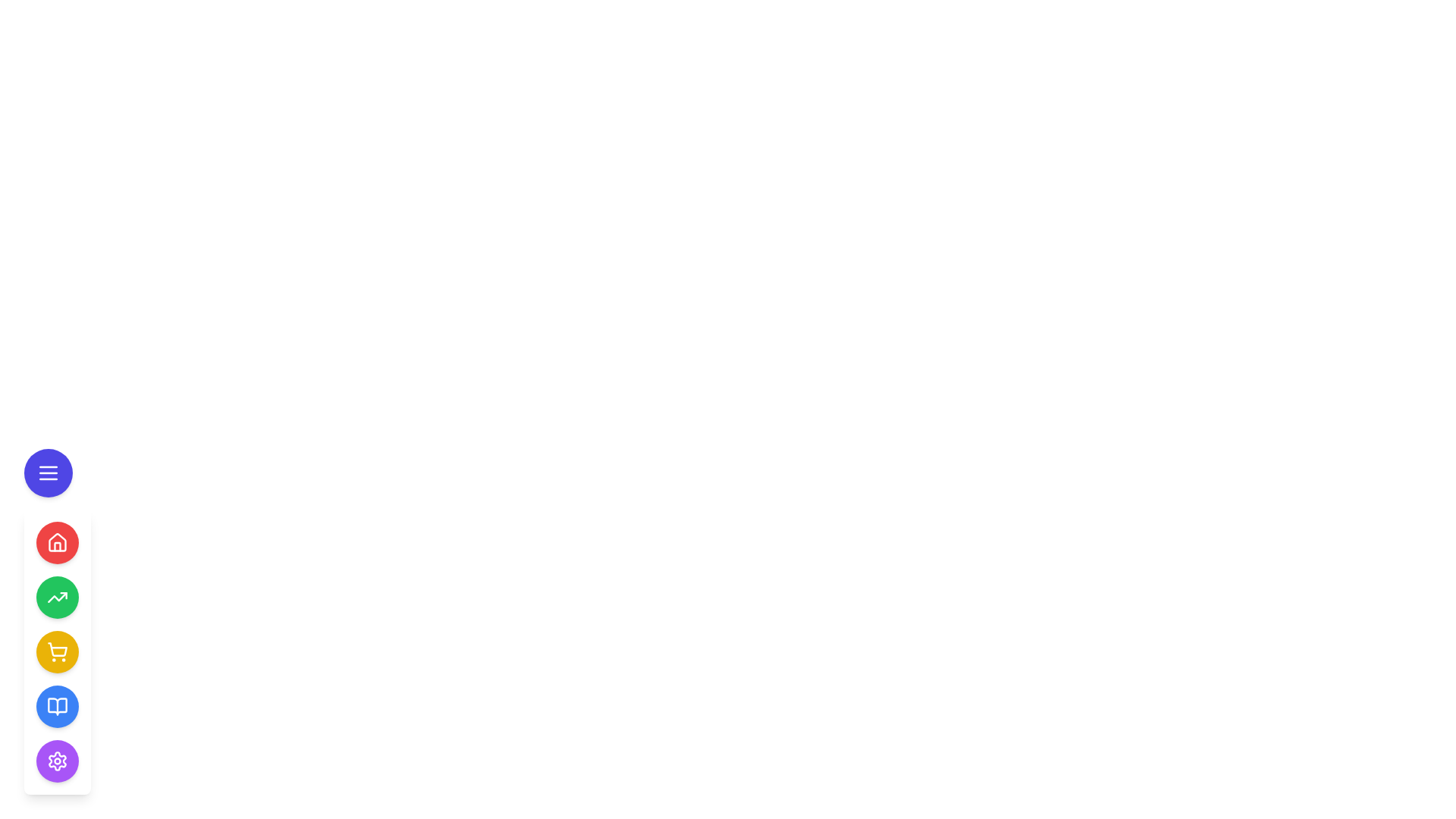 The height and width of the screenshot is (819, 1456). Describe the element at coordinates (58, 542) in the screenshot. I see `the navigation icon located inside the circular button, which is the second option in the vertical navigation menu below the purple button with three horizontal lines` at that location.